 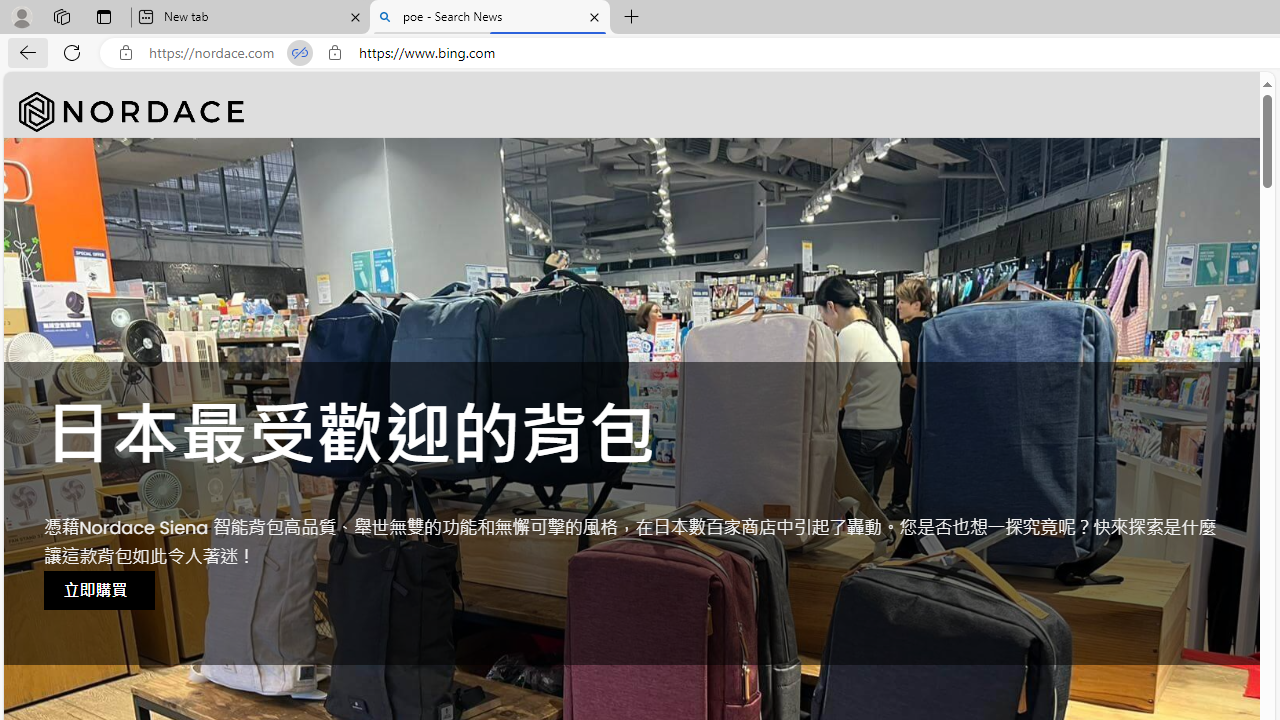 I want to click on 'Tabs in split screen', so click(x=299, y=52).